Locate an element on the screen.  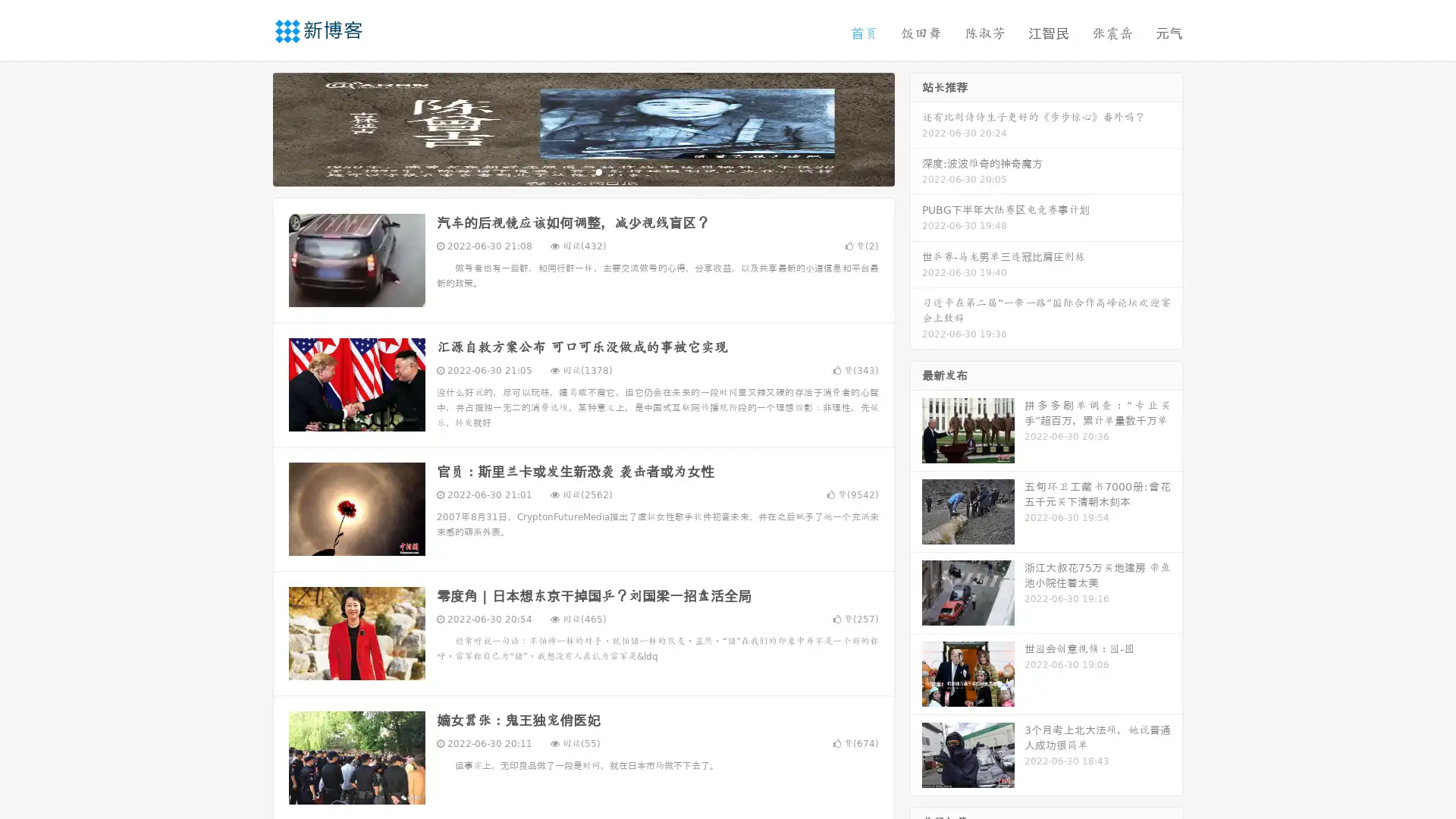
Previous slide is located at coordinates (250, 127).